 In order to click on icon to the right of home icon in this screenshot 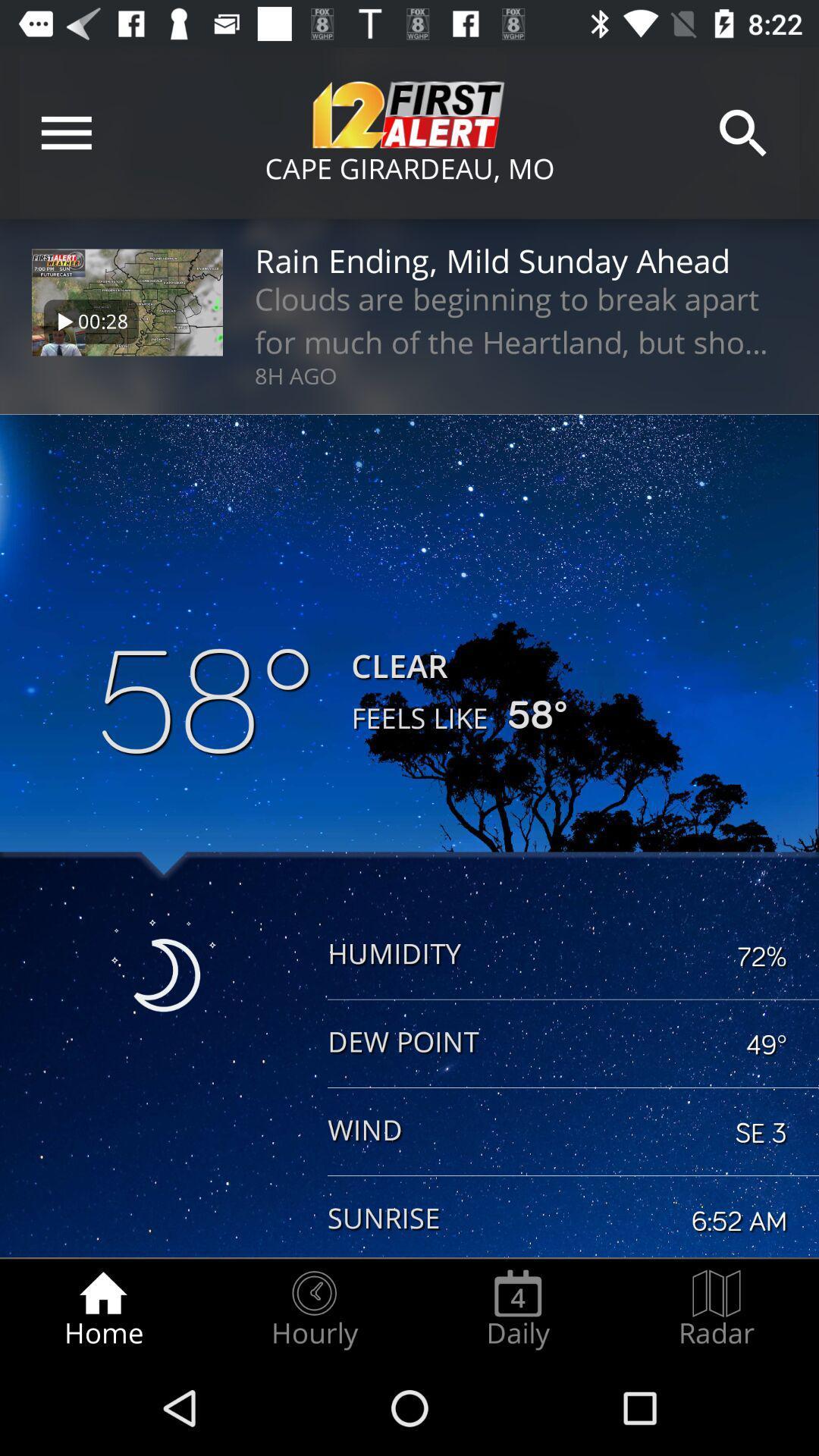, I will do `click(313, 1309)`.